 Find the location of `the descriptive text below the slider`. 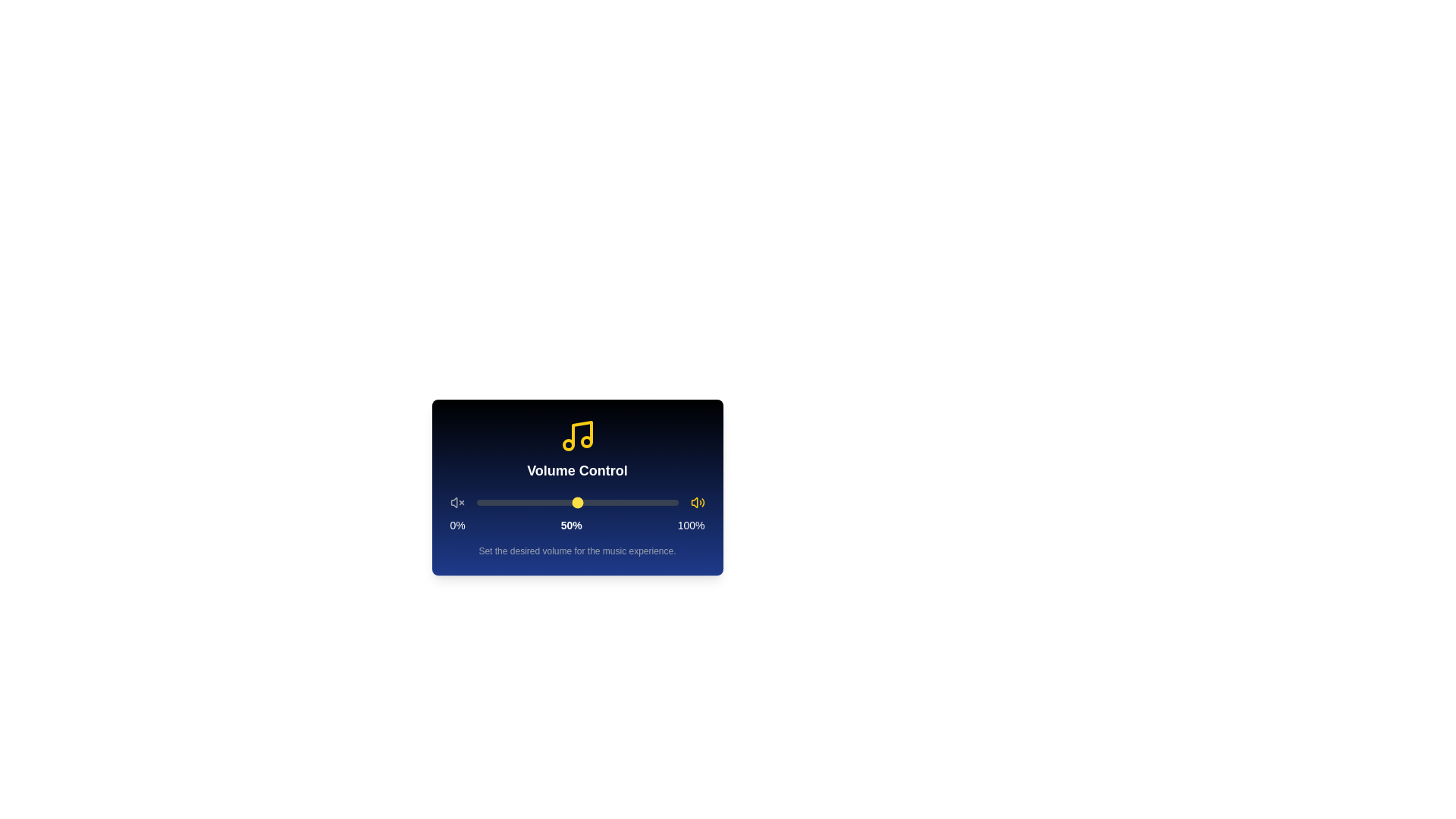

the descriptive text below the slider is located at coordinates (576, 551).